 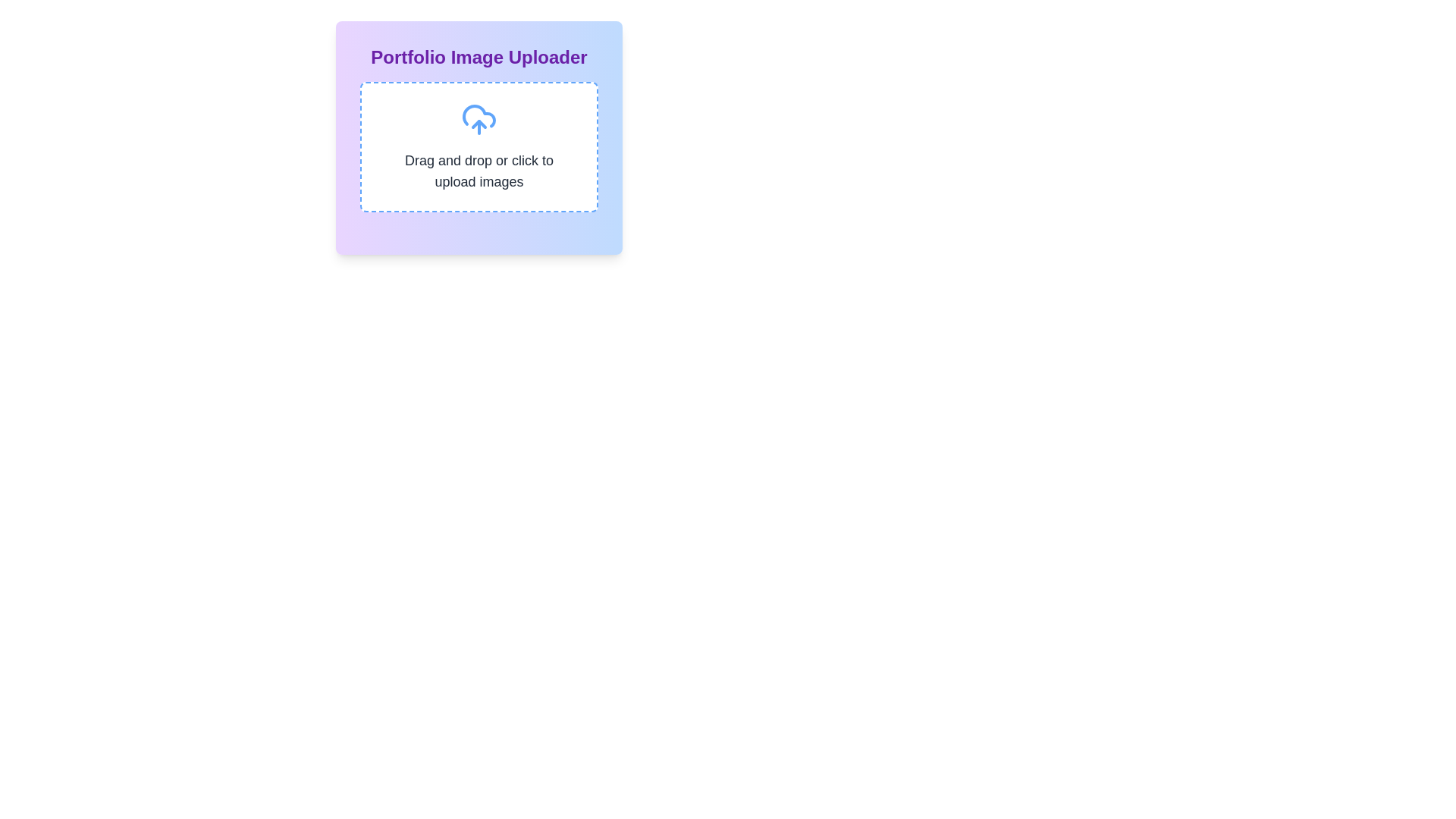 What do you see at coordinates (479, 119) in the screenshot?
I see `the cloud upload icon located at the upper center of the bordered section` at bounding box center [479, 119].